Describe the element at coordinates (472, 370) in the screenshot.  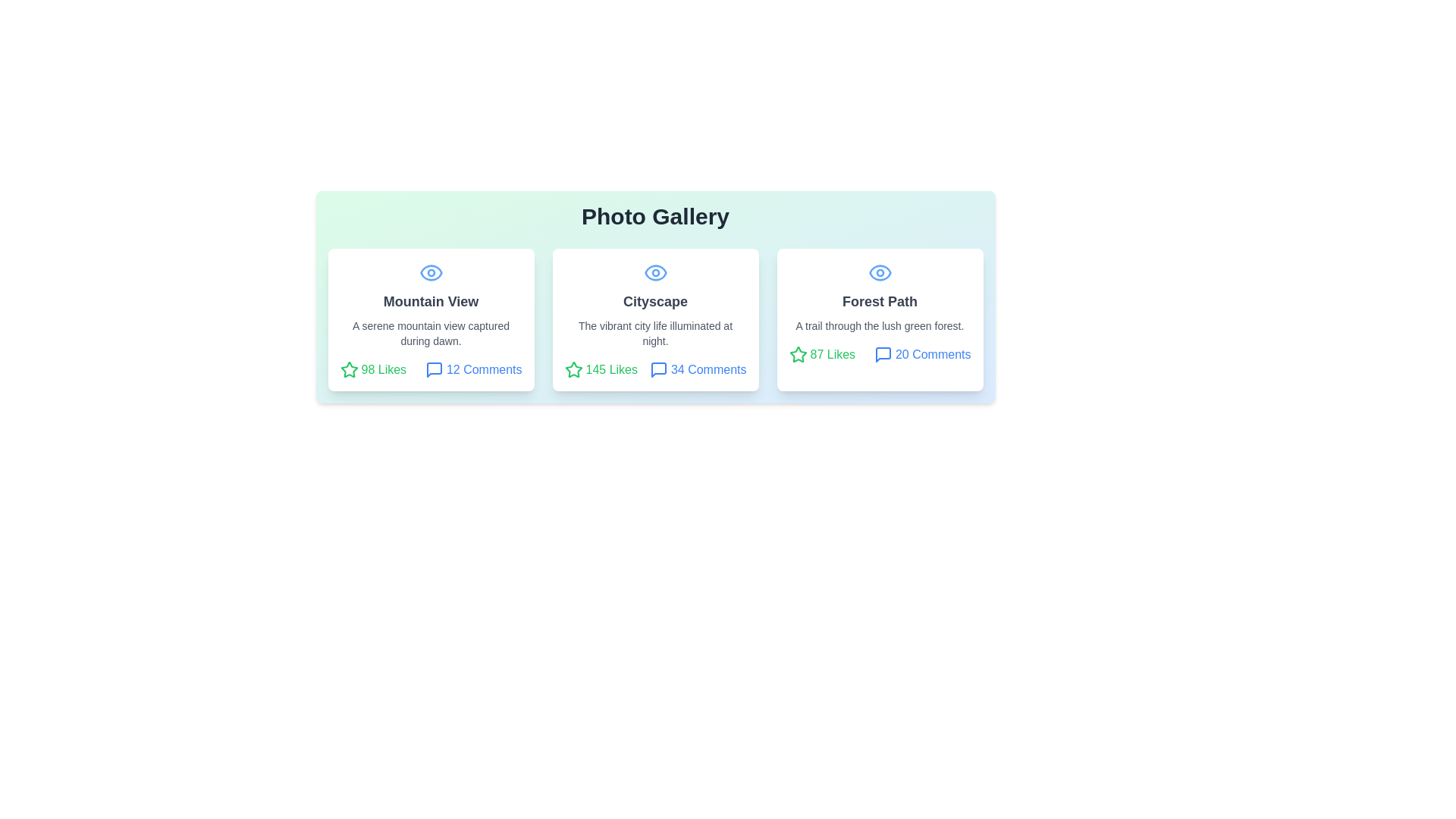
I see `the comments count for the photo titled Mountain View` at that location.